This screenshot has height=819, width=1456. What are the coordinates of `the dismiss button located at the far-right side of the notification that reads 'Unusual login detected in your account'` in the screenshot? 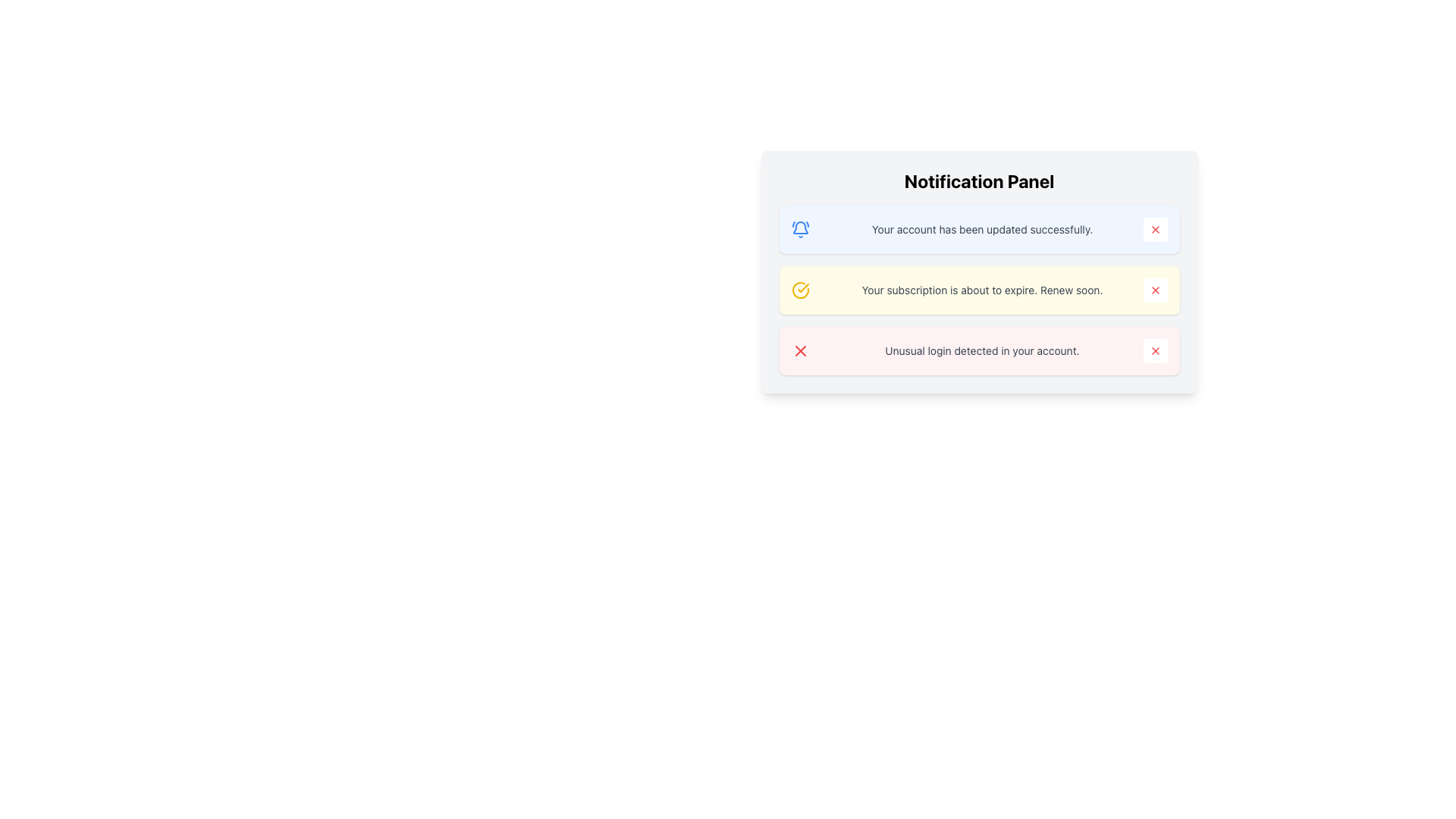 It's located at (1154, 350).